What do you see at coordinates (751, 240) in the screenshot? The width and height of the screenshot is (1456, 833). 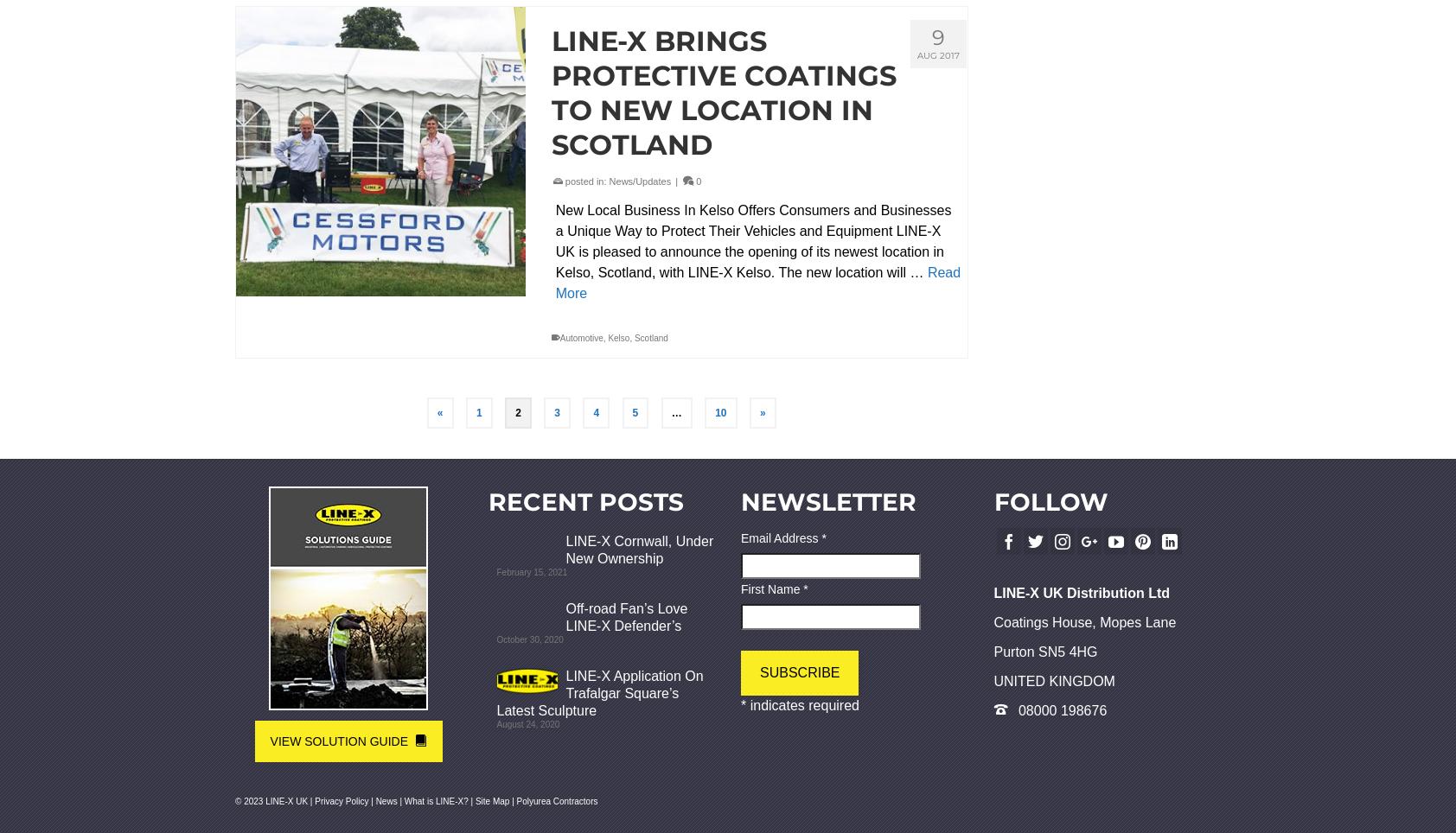 I see `'New Local Business In Kelso Offers Consumers and Businesses a Unique Way to Protect Their Vehicles and Equipment LINE-X UK is pleased to announce the opening of its newest location in Kelso, Scotland, with LINE-X Kelso. The new location will …'` at bounding box center [751, 240].